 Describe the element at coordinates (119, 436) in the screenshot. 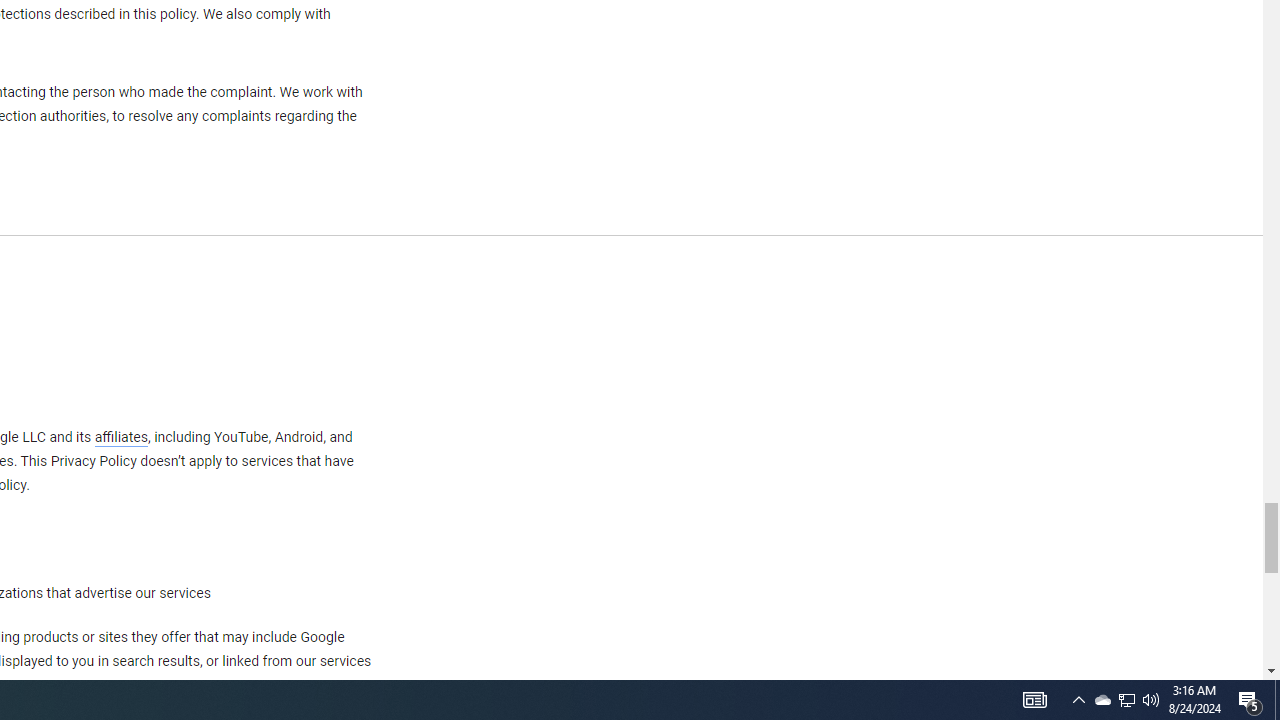

I see `'affiliates'` at that location.